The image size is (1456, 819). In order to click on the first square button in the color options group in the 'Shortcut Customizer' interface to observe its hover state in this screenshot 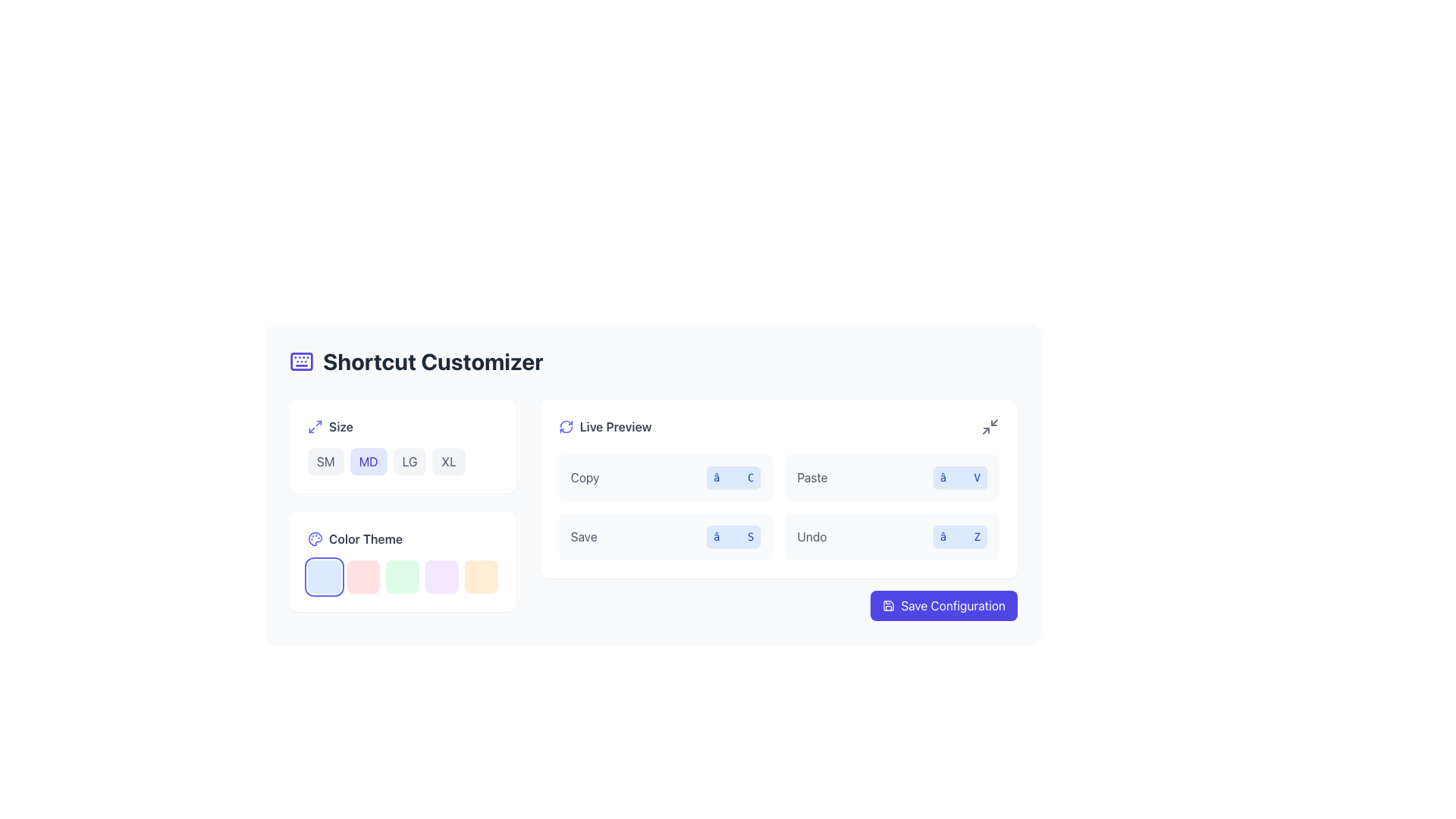, I will do `click(323, 576)`.